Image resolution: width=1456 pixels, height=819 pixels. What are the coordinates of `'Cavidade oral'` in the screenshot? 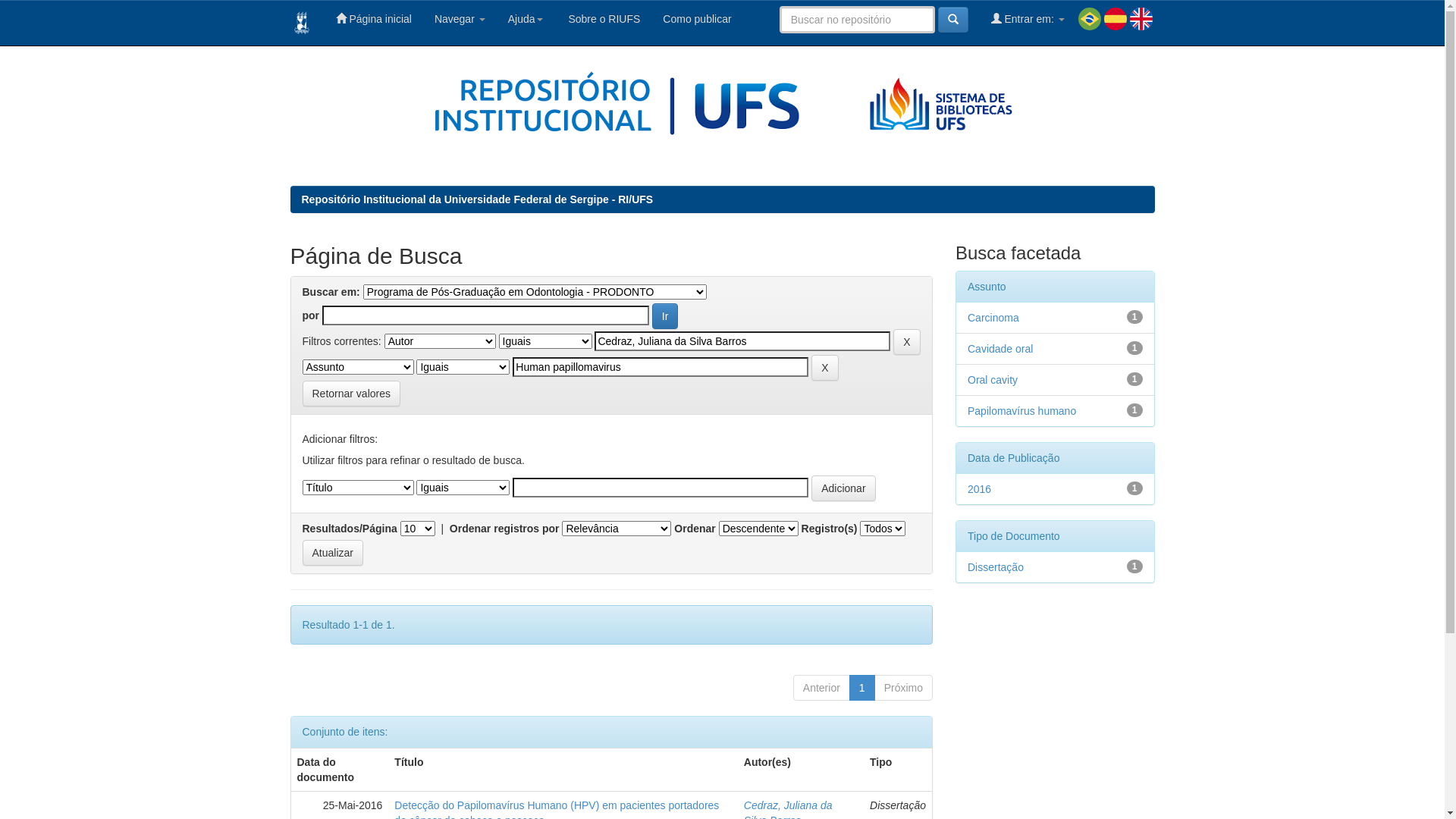 It's located at (1000, 348).